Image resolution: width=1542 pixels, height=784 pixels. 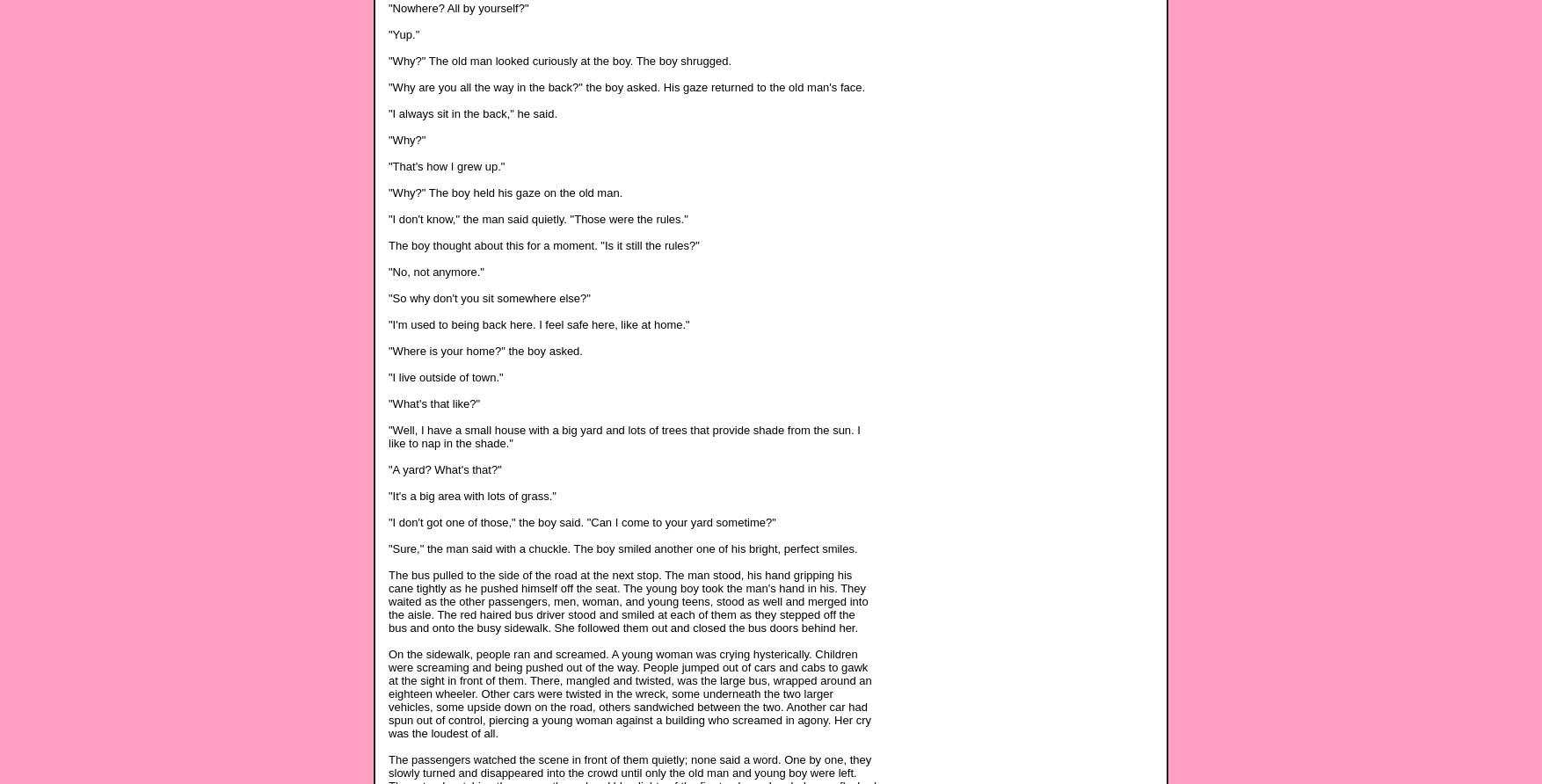 I want to click on '"Sure," the man said with a chuckle. The boy smiled another one of his bright, perfect smiles.', so click(x=622, y=547).